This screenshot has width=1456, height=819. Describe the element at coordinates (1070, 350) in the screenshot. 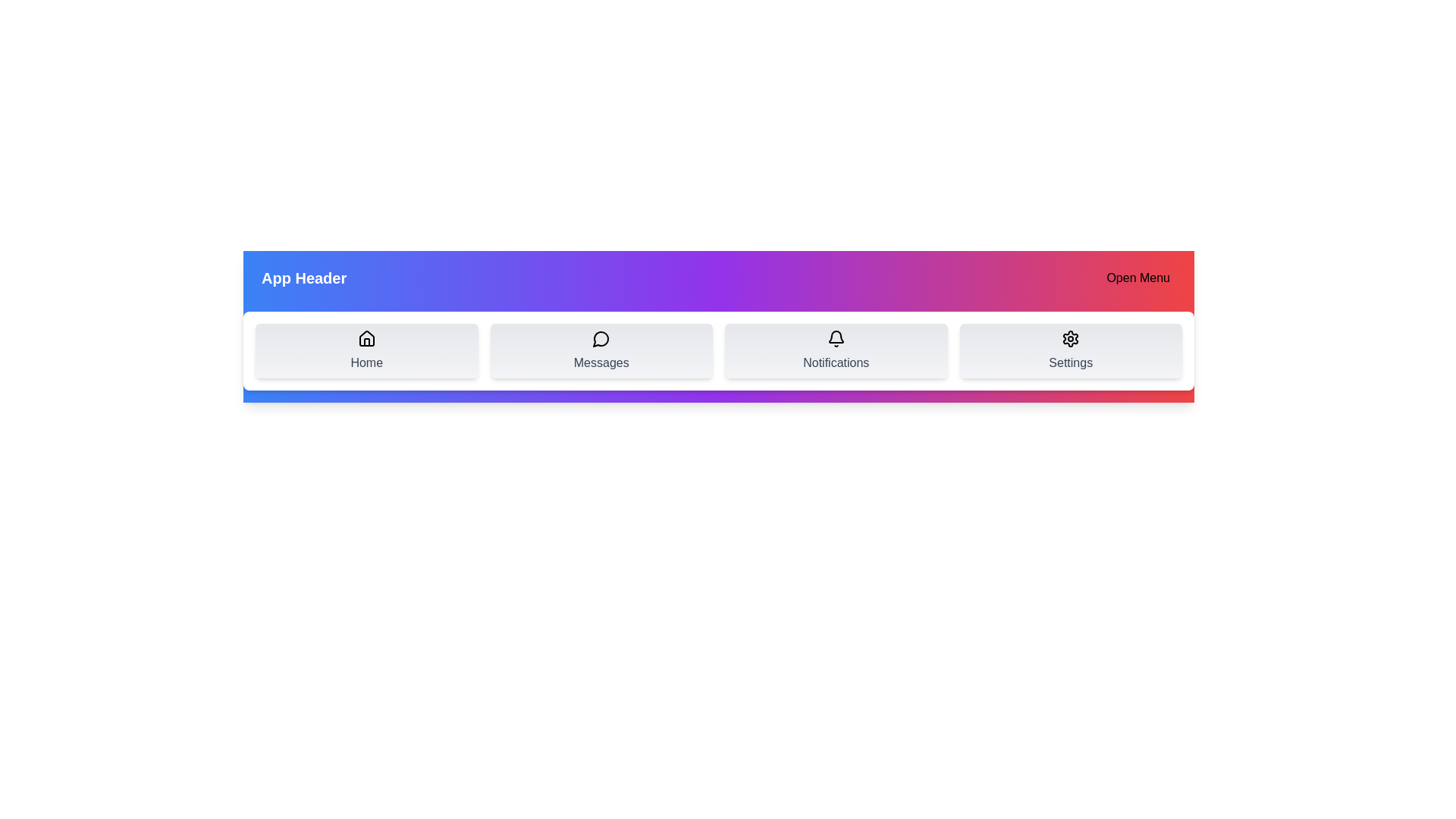

I see `the menu item Settings by clicking on it` at that location.